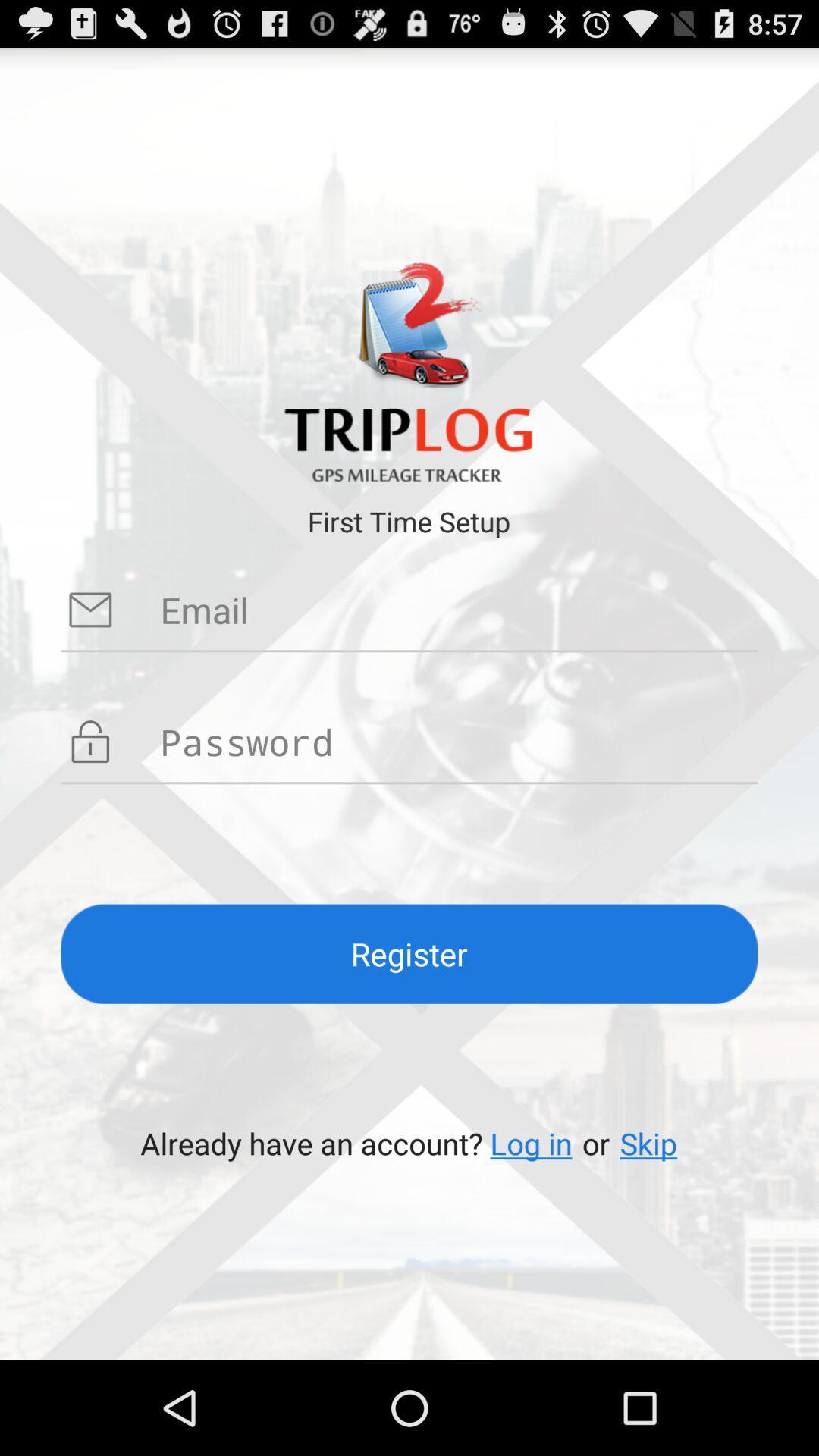 The height and width of the screenshot is (1456, 819). Describe the element at coordinates (458, 742) in the screenshot. I see `password` at that location.